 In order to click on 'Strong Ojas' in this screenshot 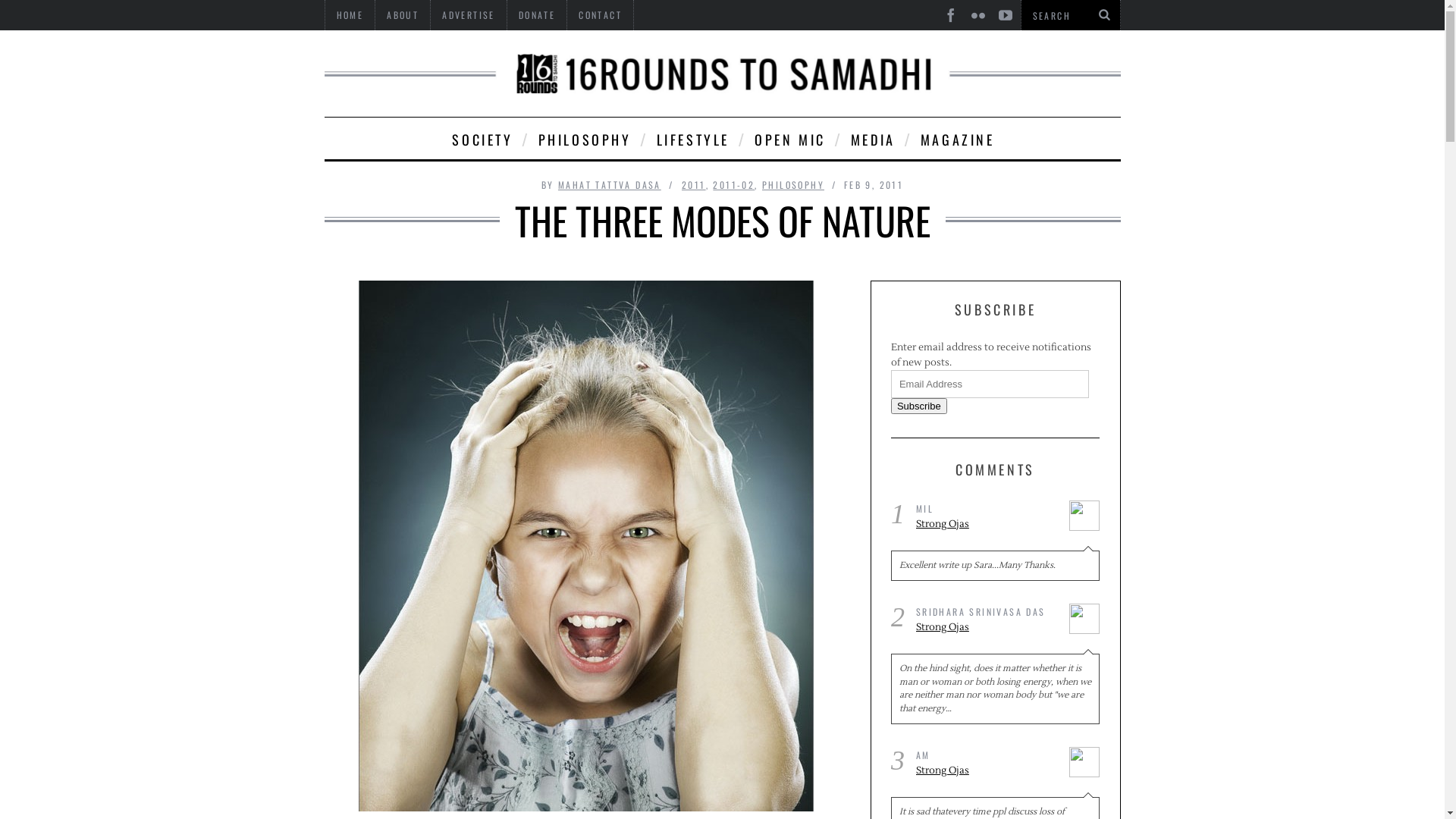, I will do `click(915, 628)`.